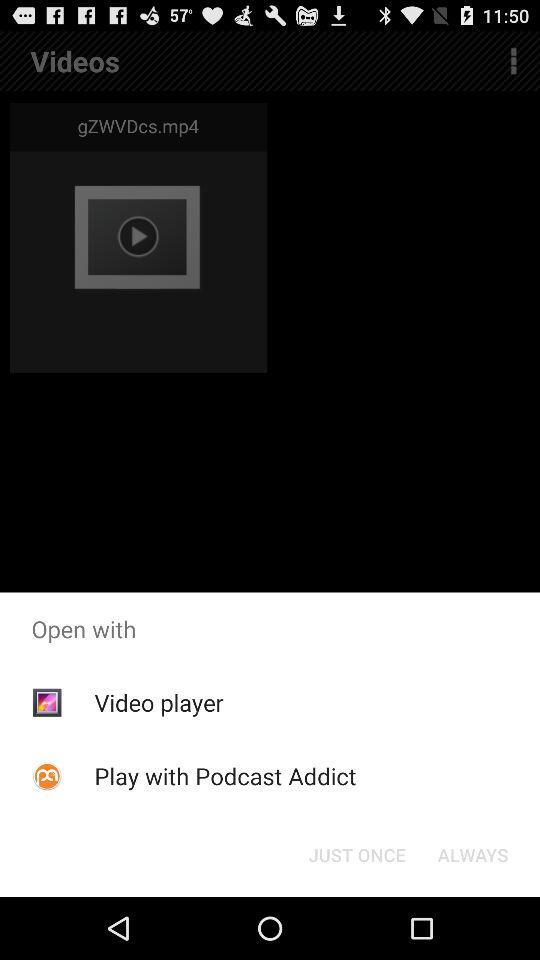 The width and height of the screenshot is (540, 960). Describe the element at coordinates (356, 853) in the screenshot. I see `just once button` at that location.